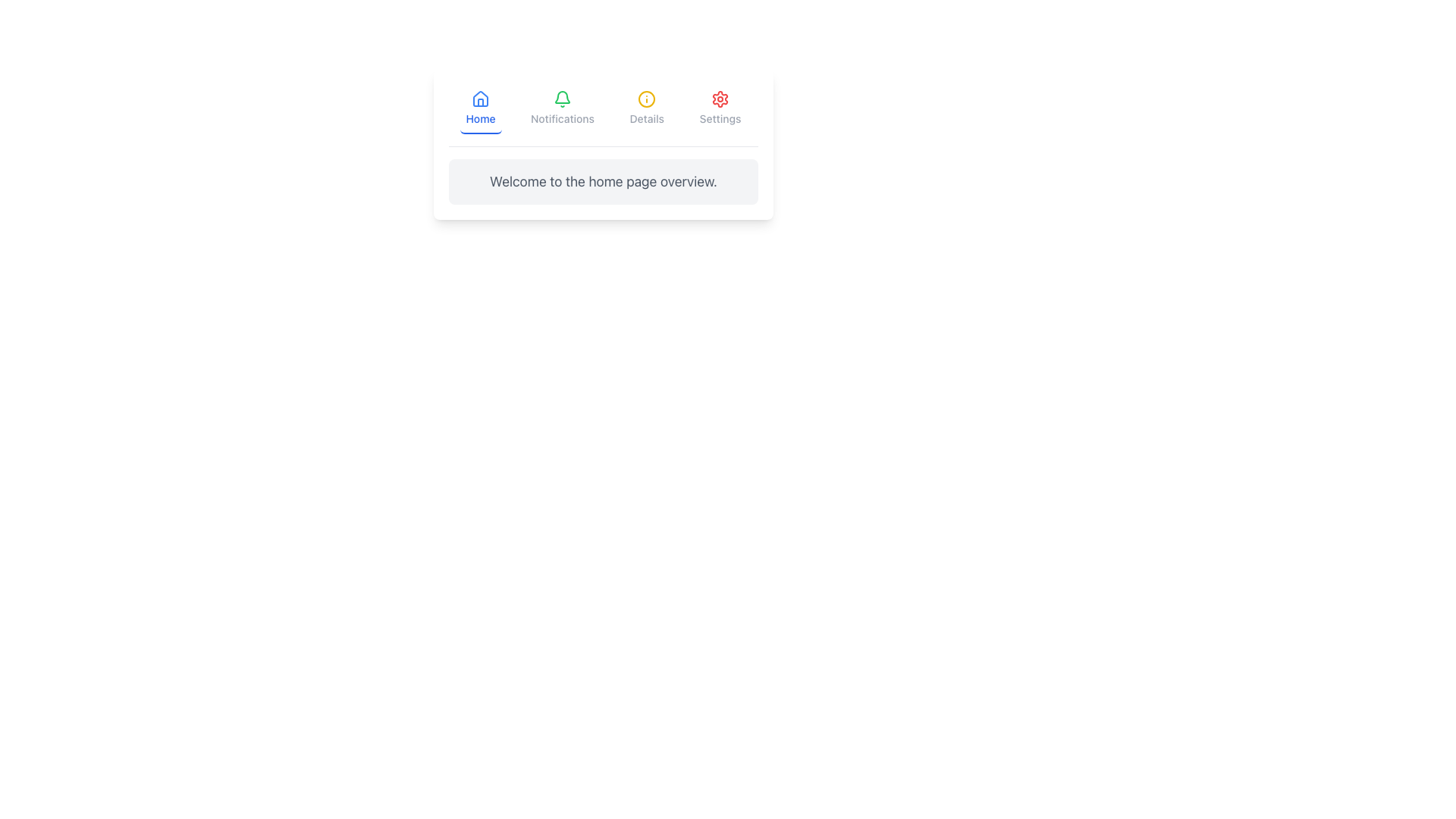 This screenshot has height=819, width=1456. What do you see at coordinates (647, 99) in the screenshot?
I see `the icon representing the 'Details' section in the navigation bar` at bounding box center [647, 99].